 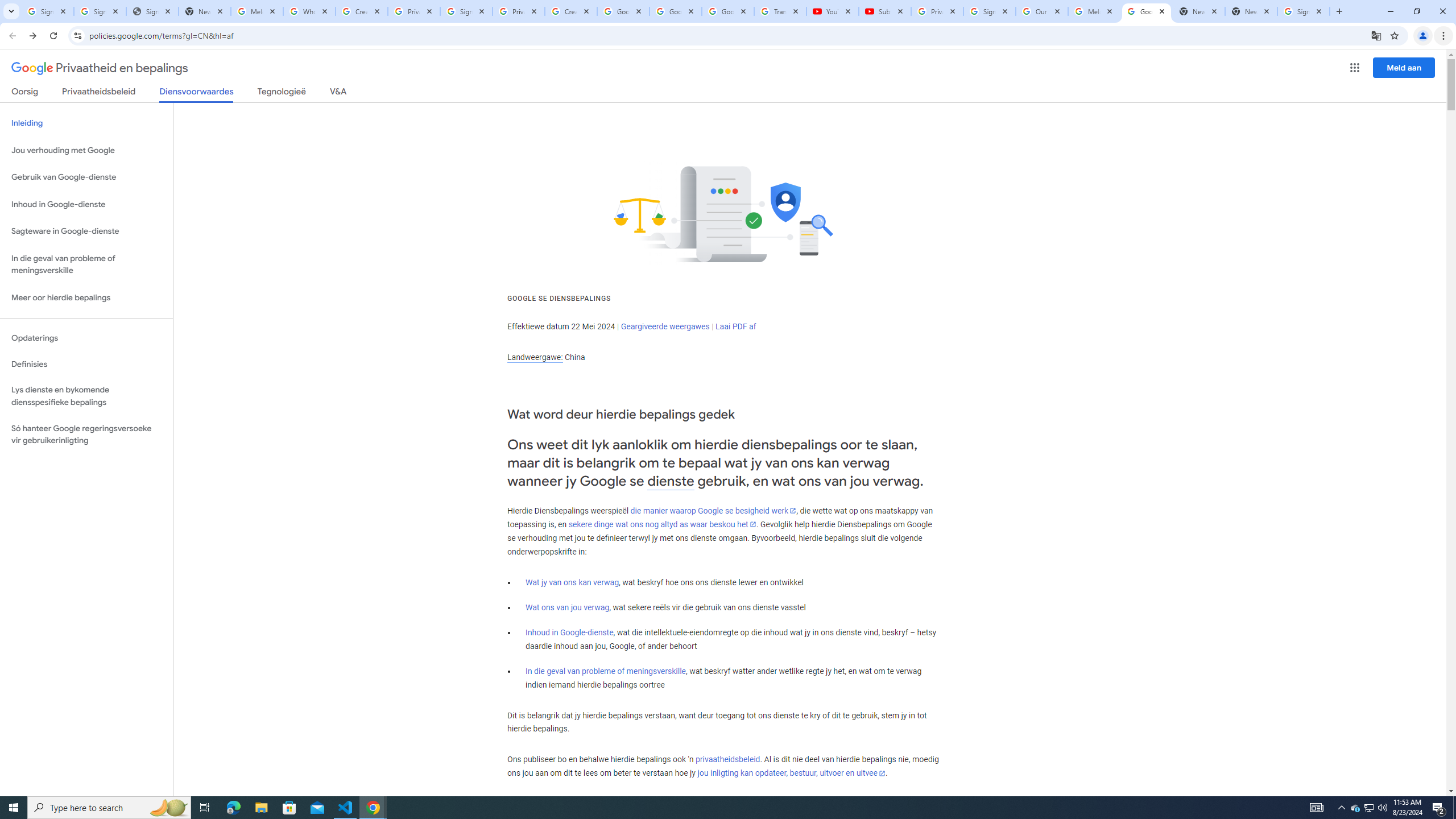 What do you see at coordinates (661, 524) in the screenshot?
I see `'sekere dinge wat ons nog altyd as waar beskou het'` at bounding box center [661, 524].